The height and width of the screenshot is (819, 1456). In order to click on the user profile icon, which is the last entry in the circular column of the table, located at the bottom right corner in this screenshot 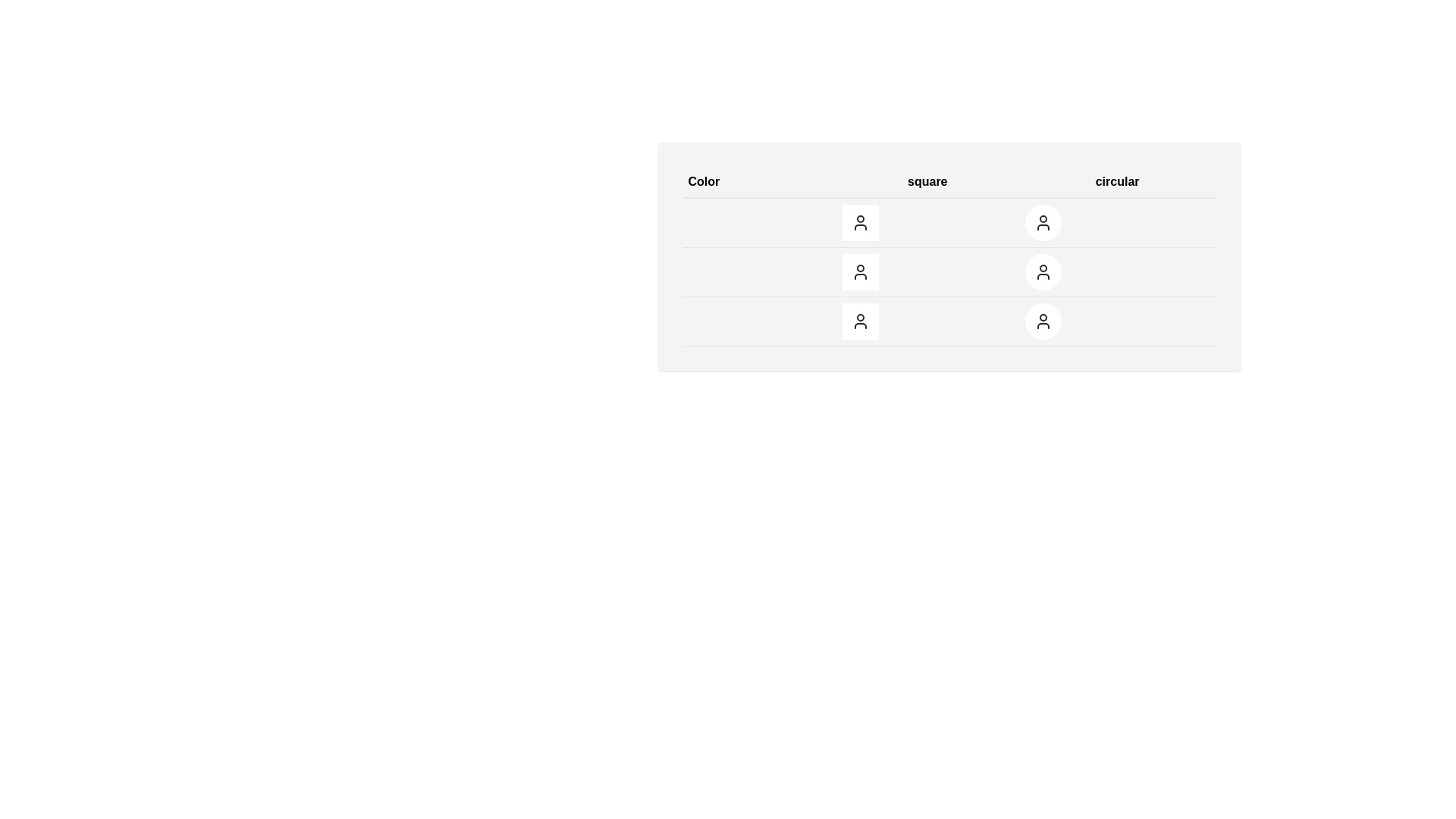, I will do `click(1042, 321)`.